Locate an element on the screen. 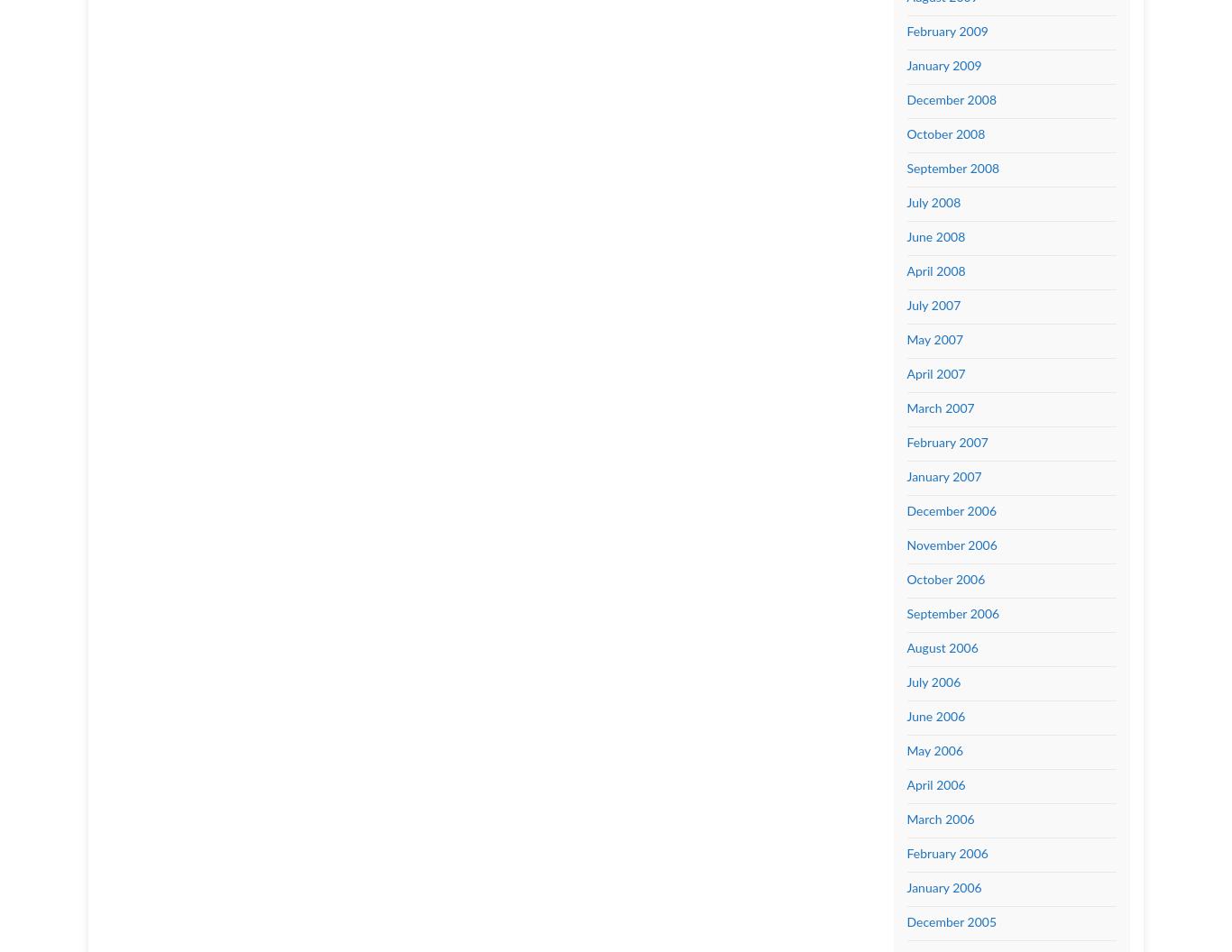 The height and width of the screenshot is (952, 1232). 'May 2006' is located at coordinates (933, 750).